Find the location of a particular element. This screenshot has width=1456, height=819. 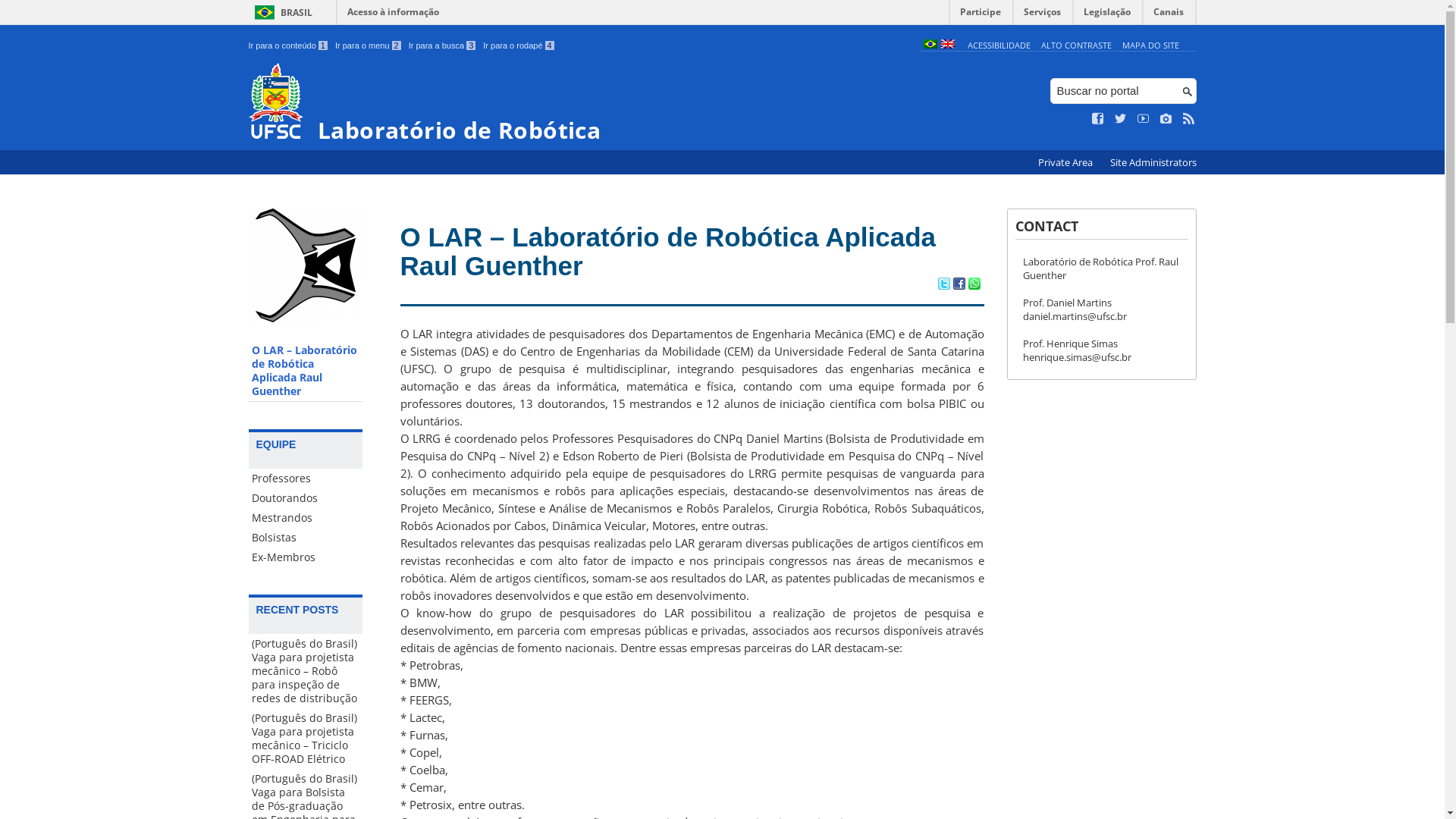

'Ex-Membros' is located at coordinates (248, 557).